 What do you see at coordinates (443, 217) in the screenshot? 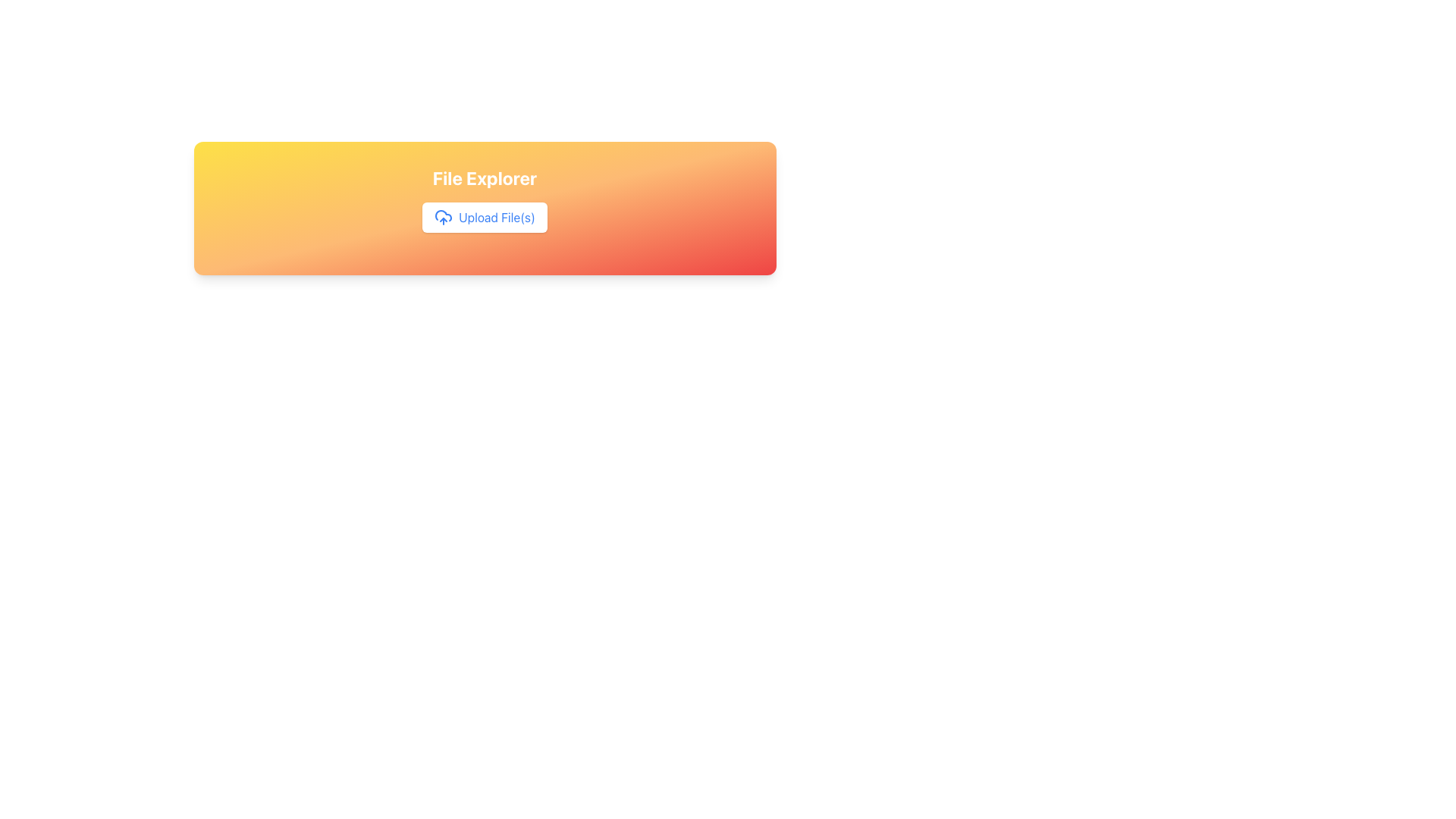
I see `the upload icon located at the center-left section of the 'Upload File(s)' button, which is positioned below 'File Explorer'` at bounding box center [443, 217].